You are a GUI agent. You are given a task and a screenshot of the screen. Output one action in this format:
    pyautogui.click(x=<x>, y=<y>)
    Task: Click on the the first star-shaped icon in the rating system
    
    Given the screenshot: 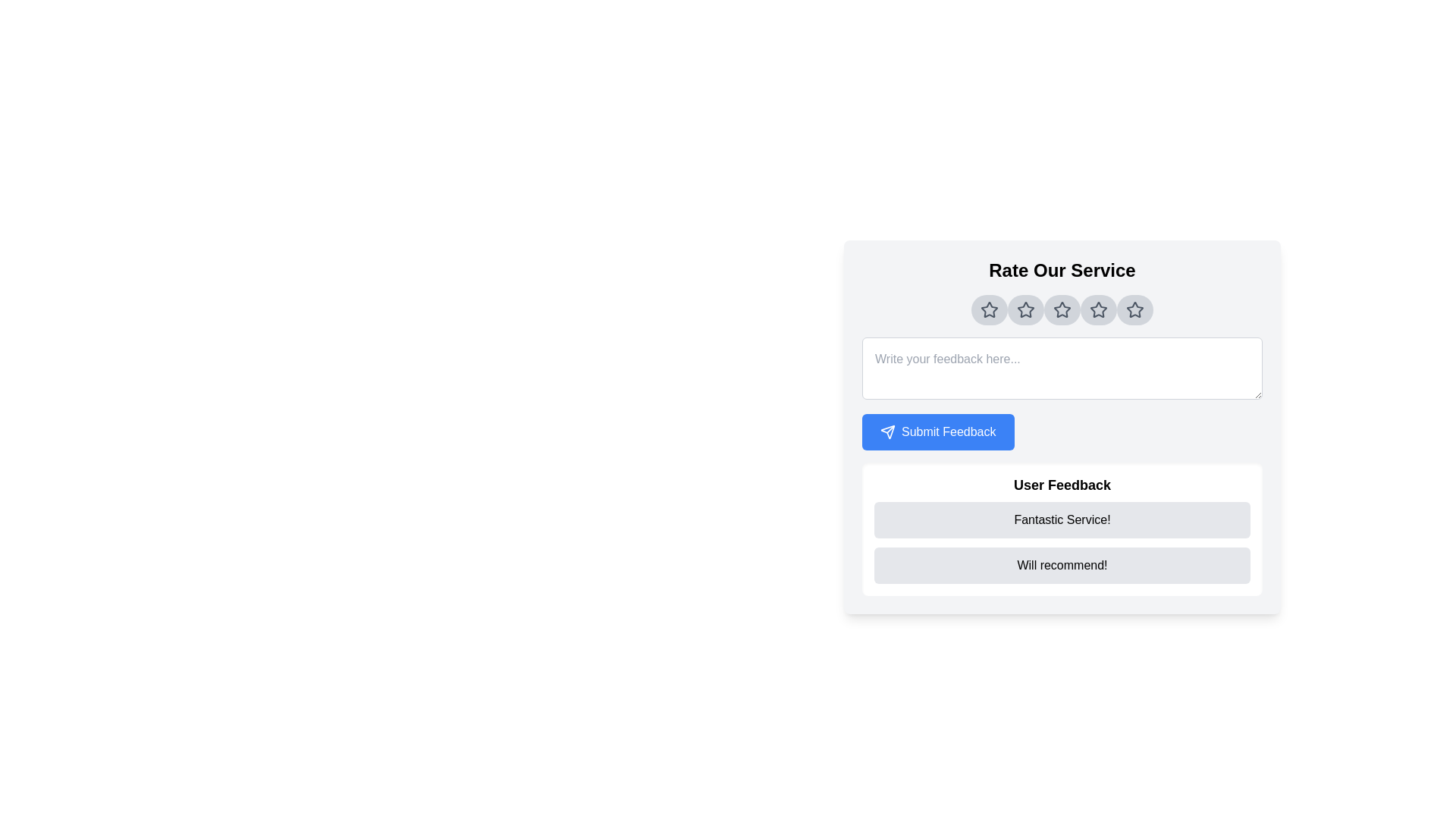 What is the action you would take?
    pyautogui.click(x=990, y=309)
    